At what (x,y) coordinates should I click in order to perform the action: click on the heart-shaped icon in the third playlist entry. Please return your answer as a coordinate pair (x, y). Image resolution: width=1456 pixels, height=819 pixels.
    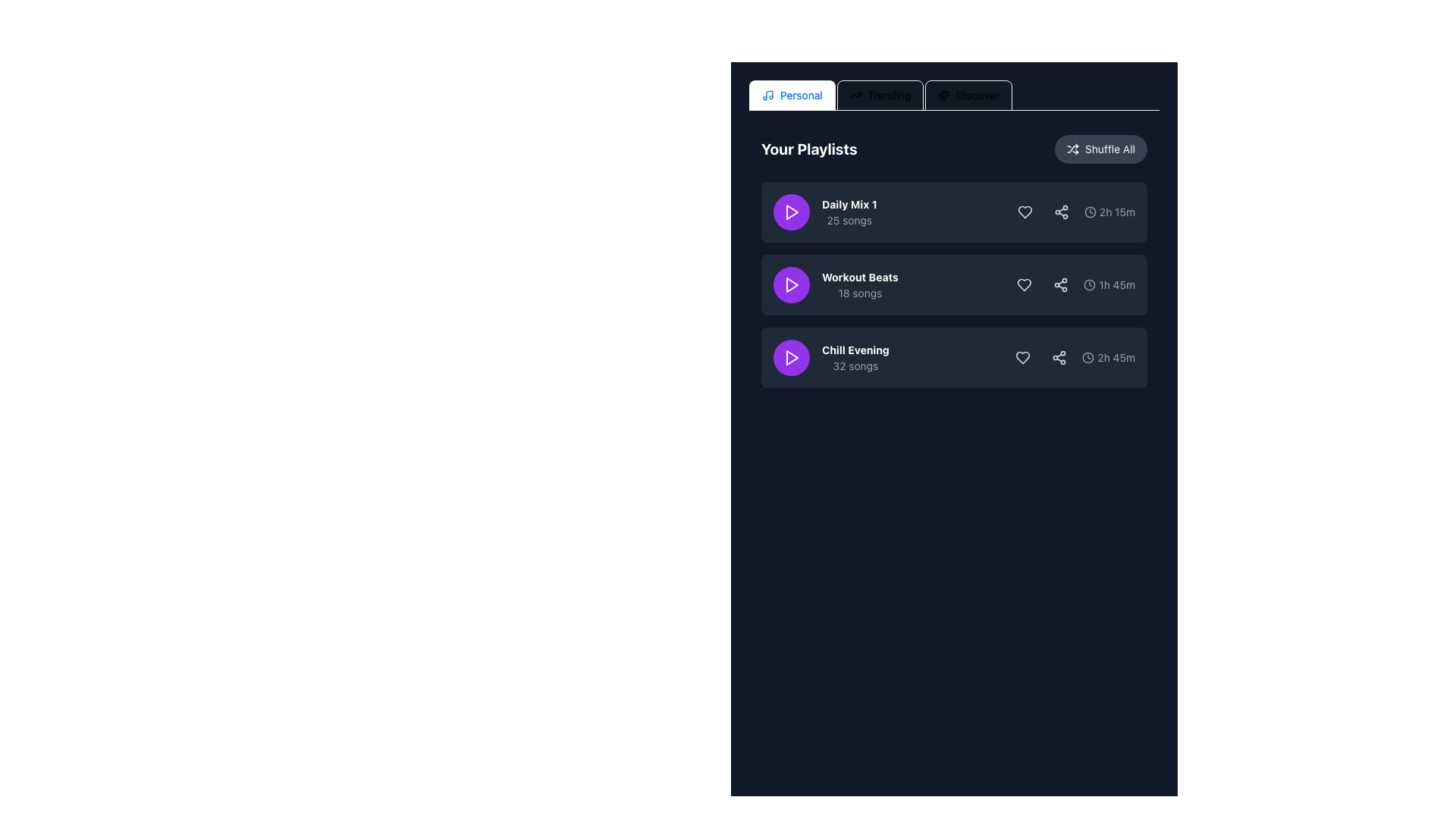
    Looking at the image, I should click on (1023, 357).